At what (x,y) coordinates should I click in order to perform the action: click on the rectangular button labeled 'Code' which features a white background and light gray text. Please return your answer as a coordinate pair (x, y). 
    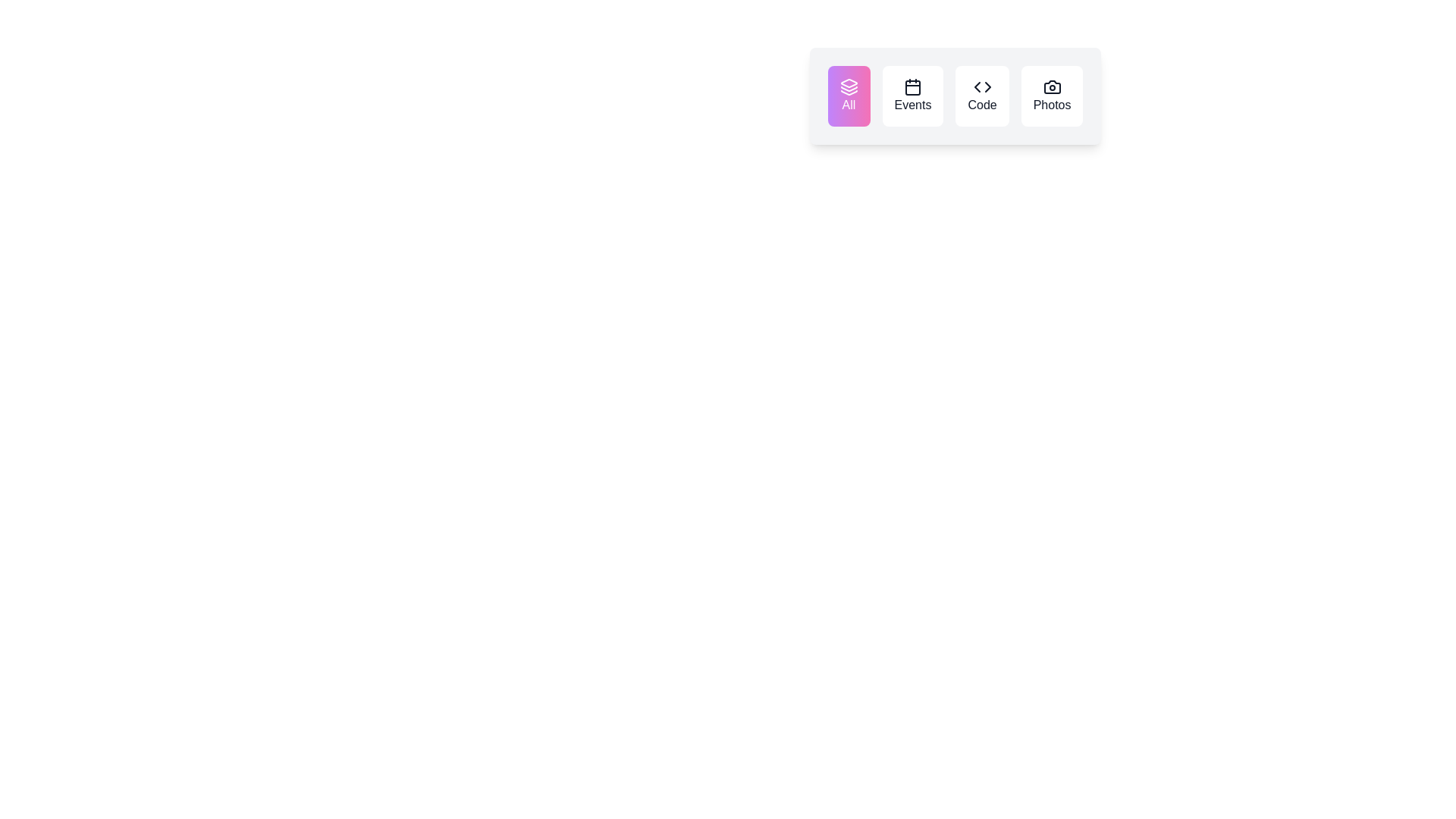
    Looking at the image, I should click on (982, 96).